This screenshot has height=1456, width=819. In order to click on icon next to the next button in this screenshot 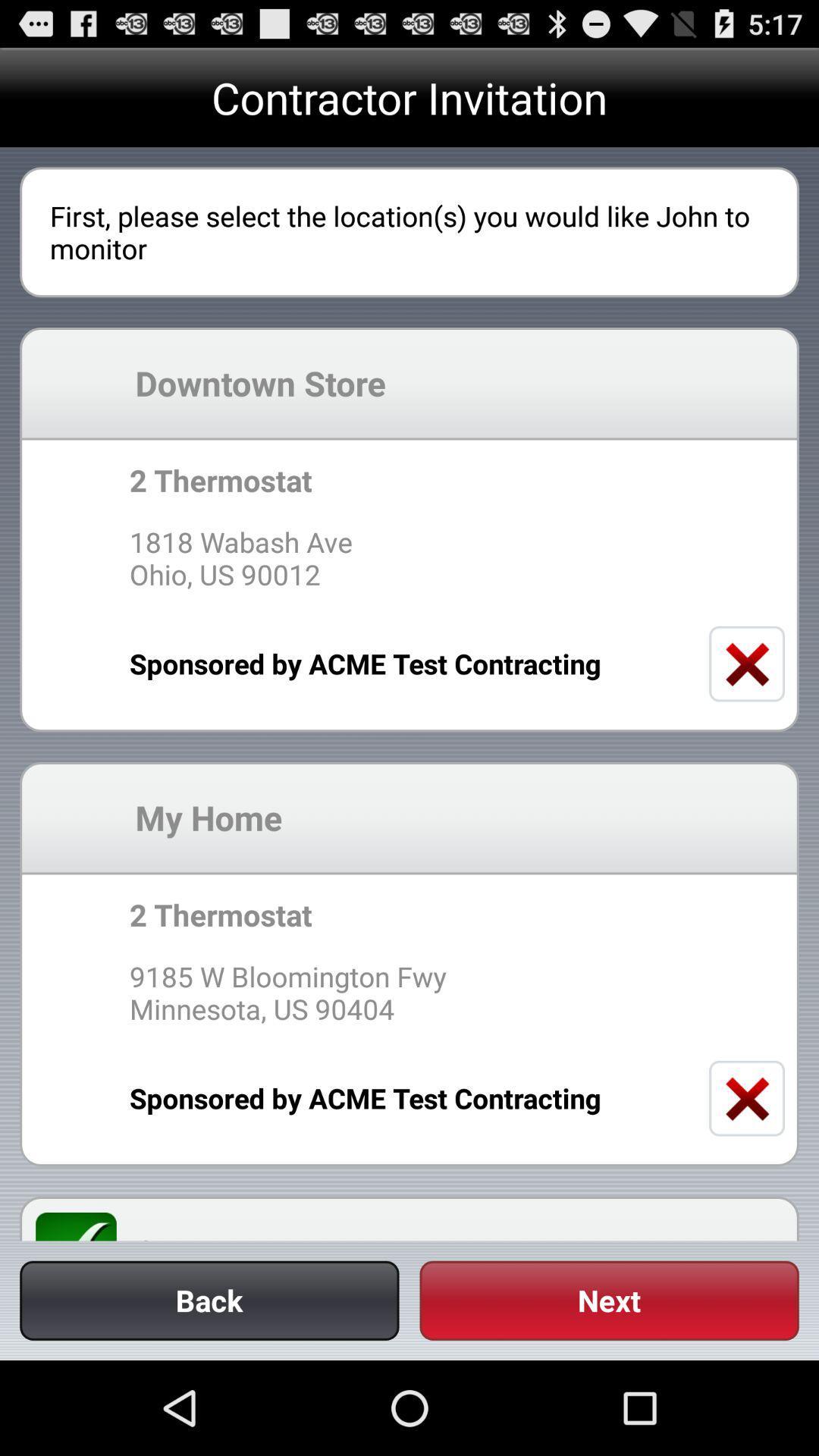, I will do `click(209, 1300)`.